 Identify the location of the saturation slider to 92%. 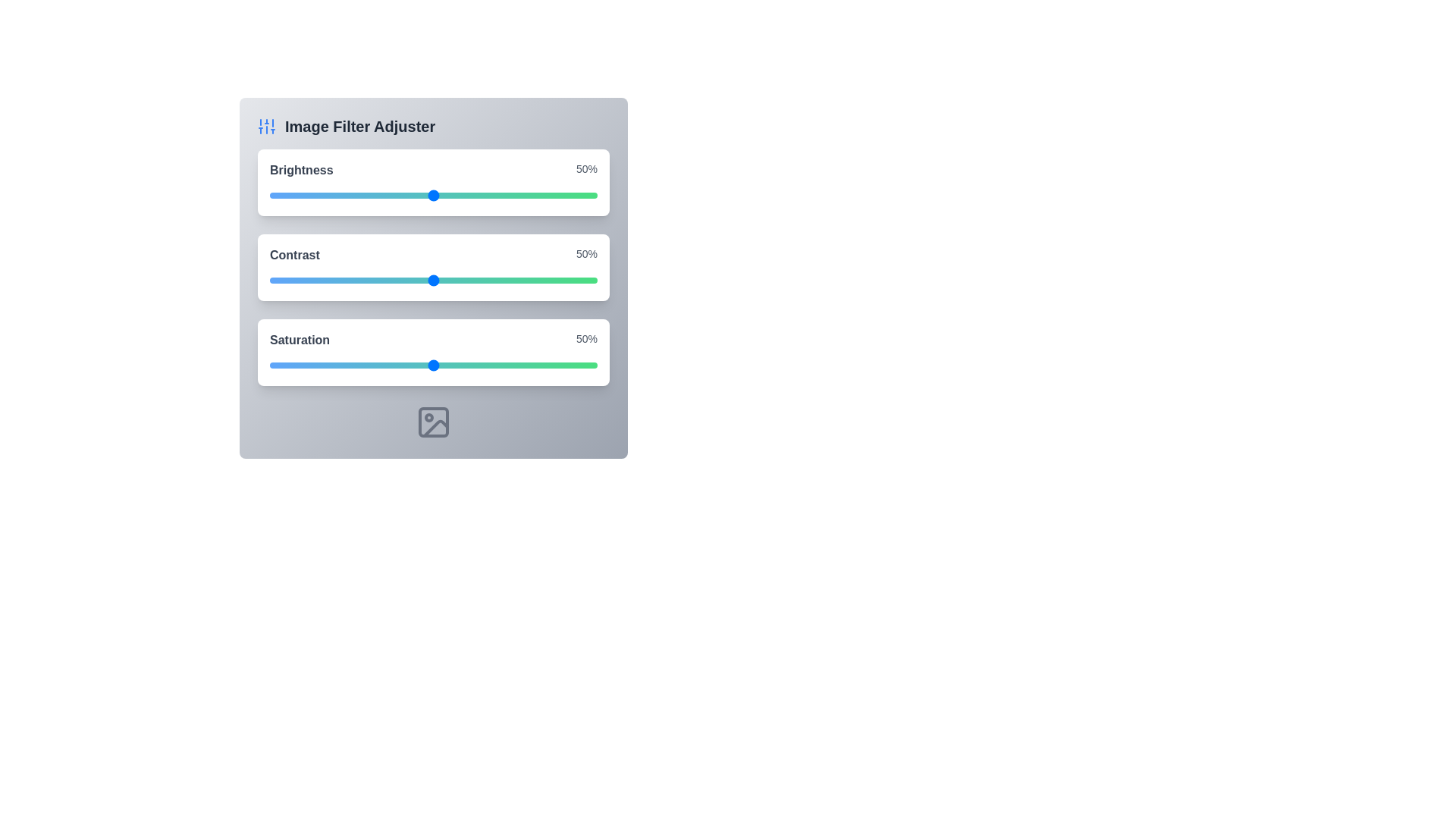
(570, 366).